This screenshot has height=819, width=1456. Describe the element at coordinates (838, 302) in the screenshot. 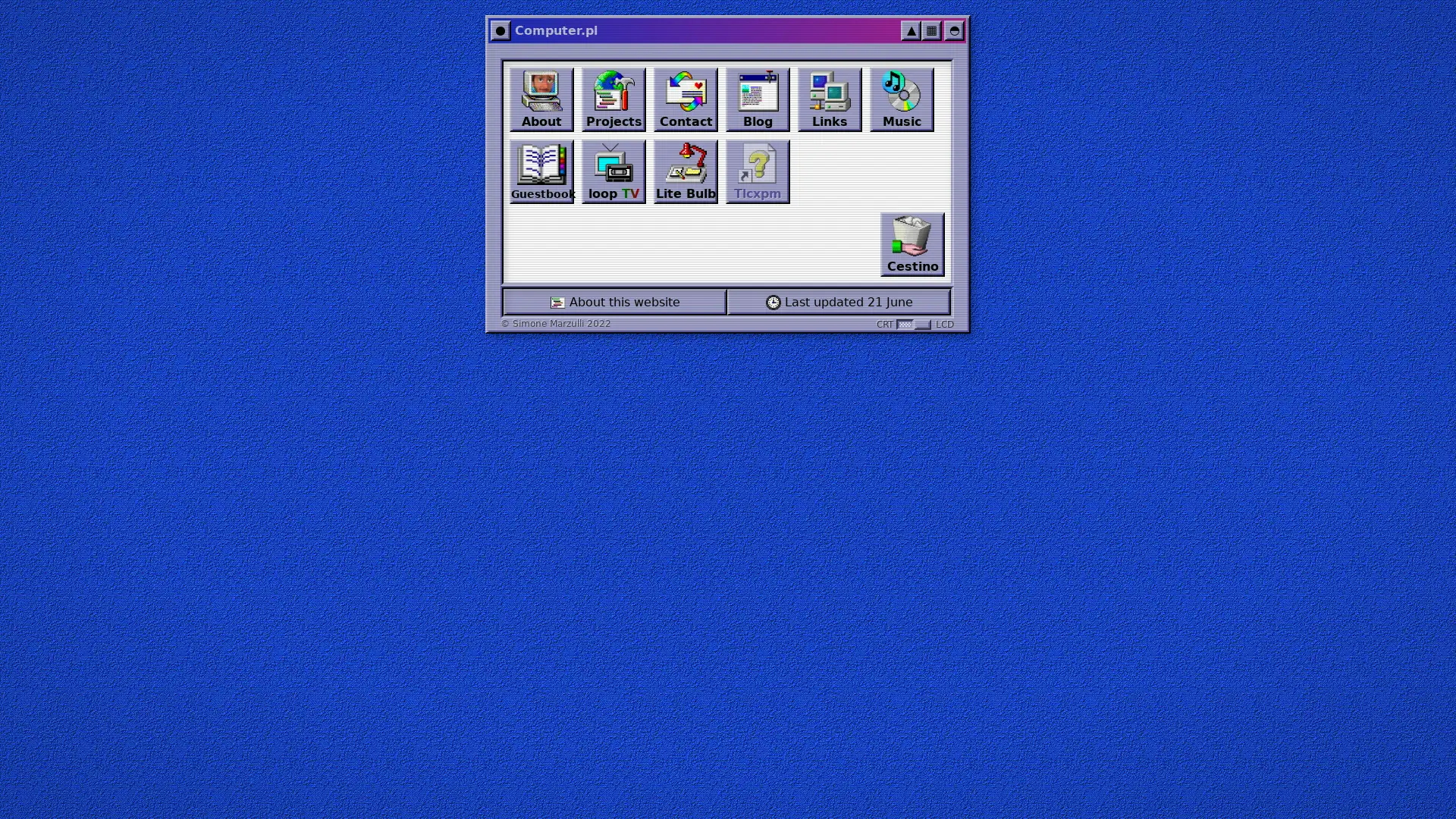

I see `clock Last updated 21 June` at that location.